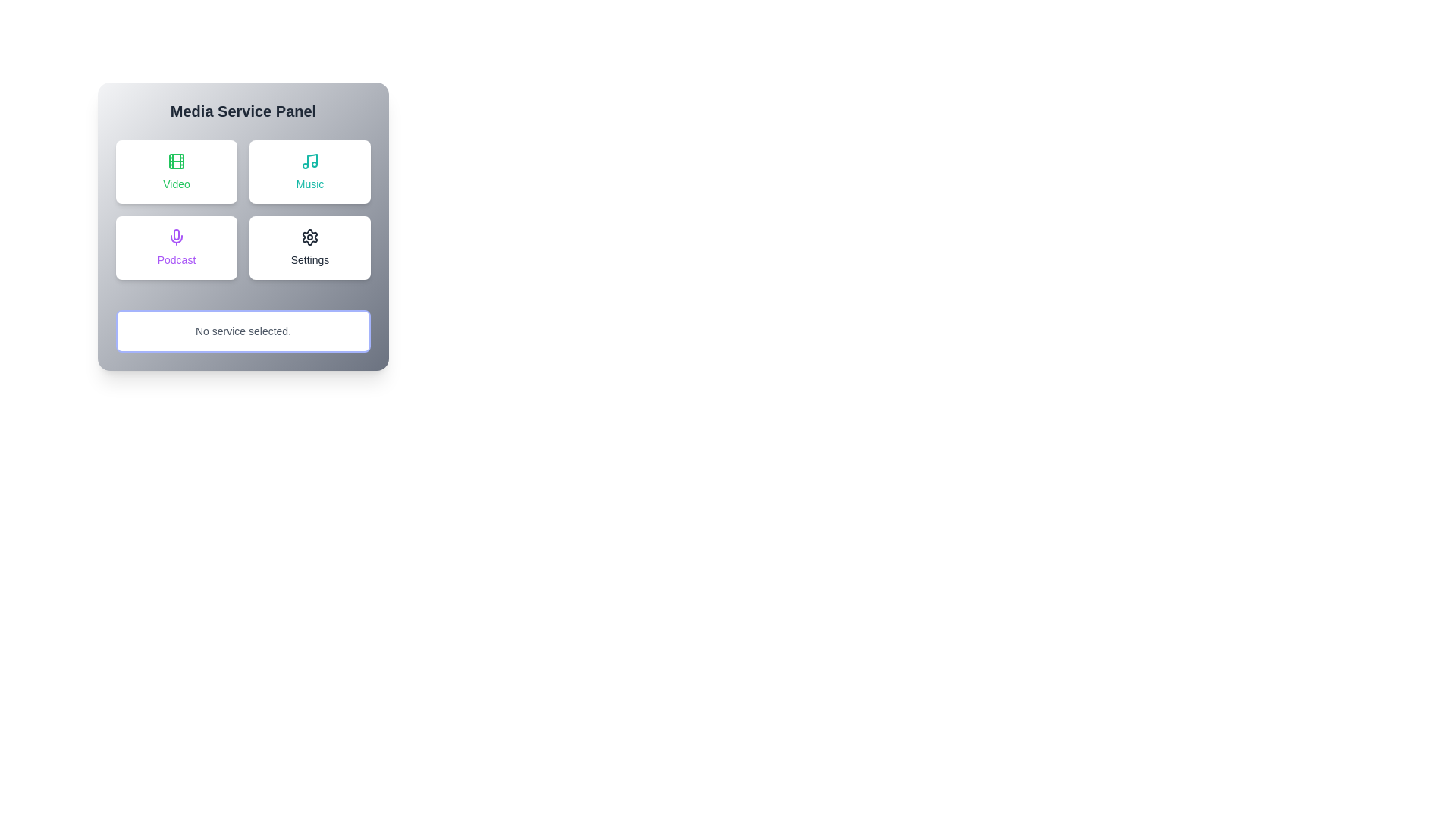 This screenshot has width=1456, height=819. What do you see at coordinates (177, 259) in the screenshot?
I see `text content of the label inside the 'Podcast' card, located in the bottom-left quadrant of the 2x2 grid in the 'Media Service Panel'` at bounding box center [177, 259].